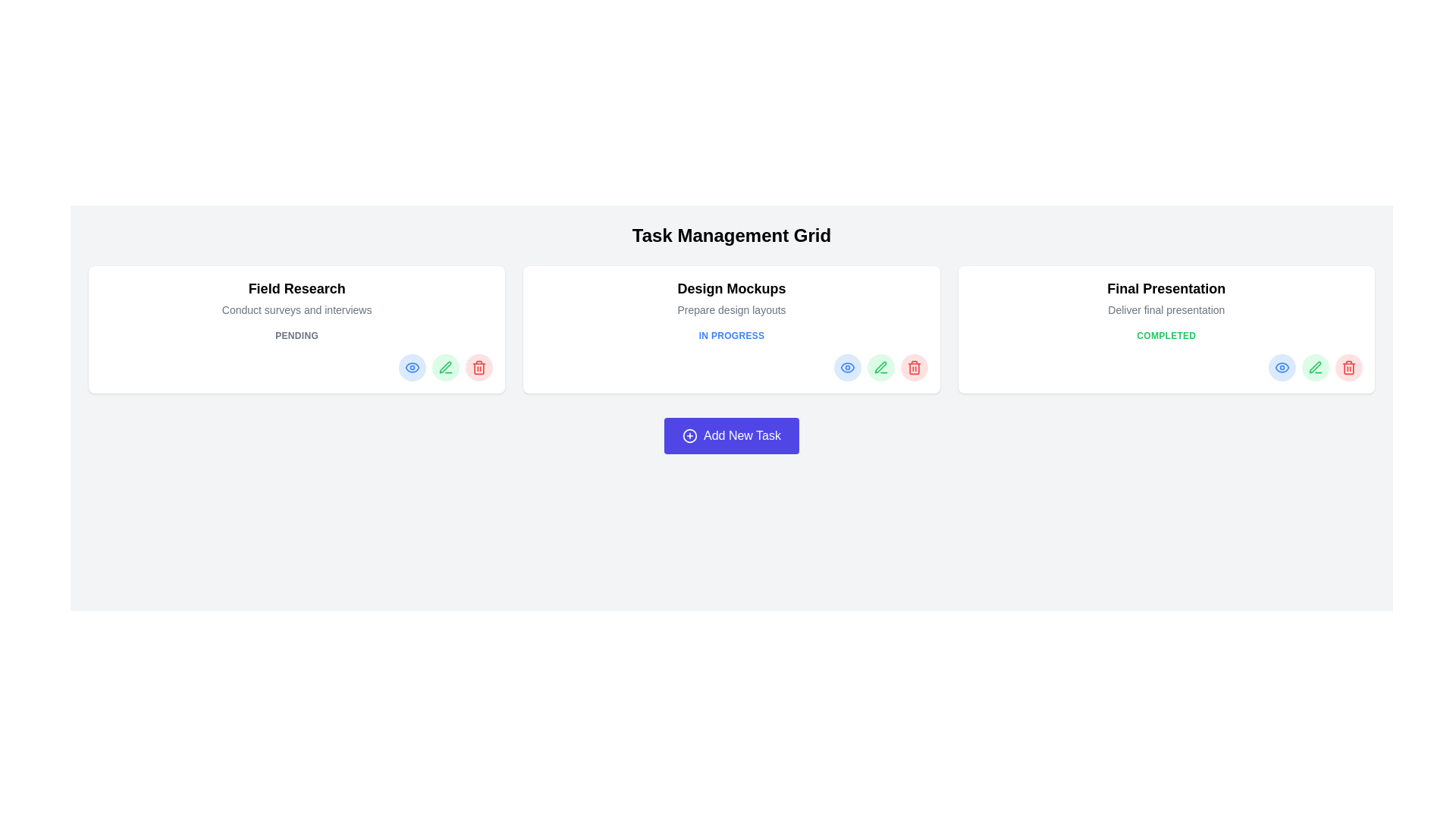 The image size is (1456, 819). Describe the element at coordinates (731, 309) in the screenshot. I see `the text label that reads 'Prepare design layouts', which is styled in gray and positioned below 'Design Mockups' in the middle card of a three-card layout` at that location.